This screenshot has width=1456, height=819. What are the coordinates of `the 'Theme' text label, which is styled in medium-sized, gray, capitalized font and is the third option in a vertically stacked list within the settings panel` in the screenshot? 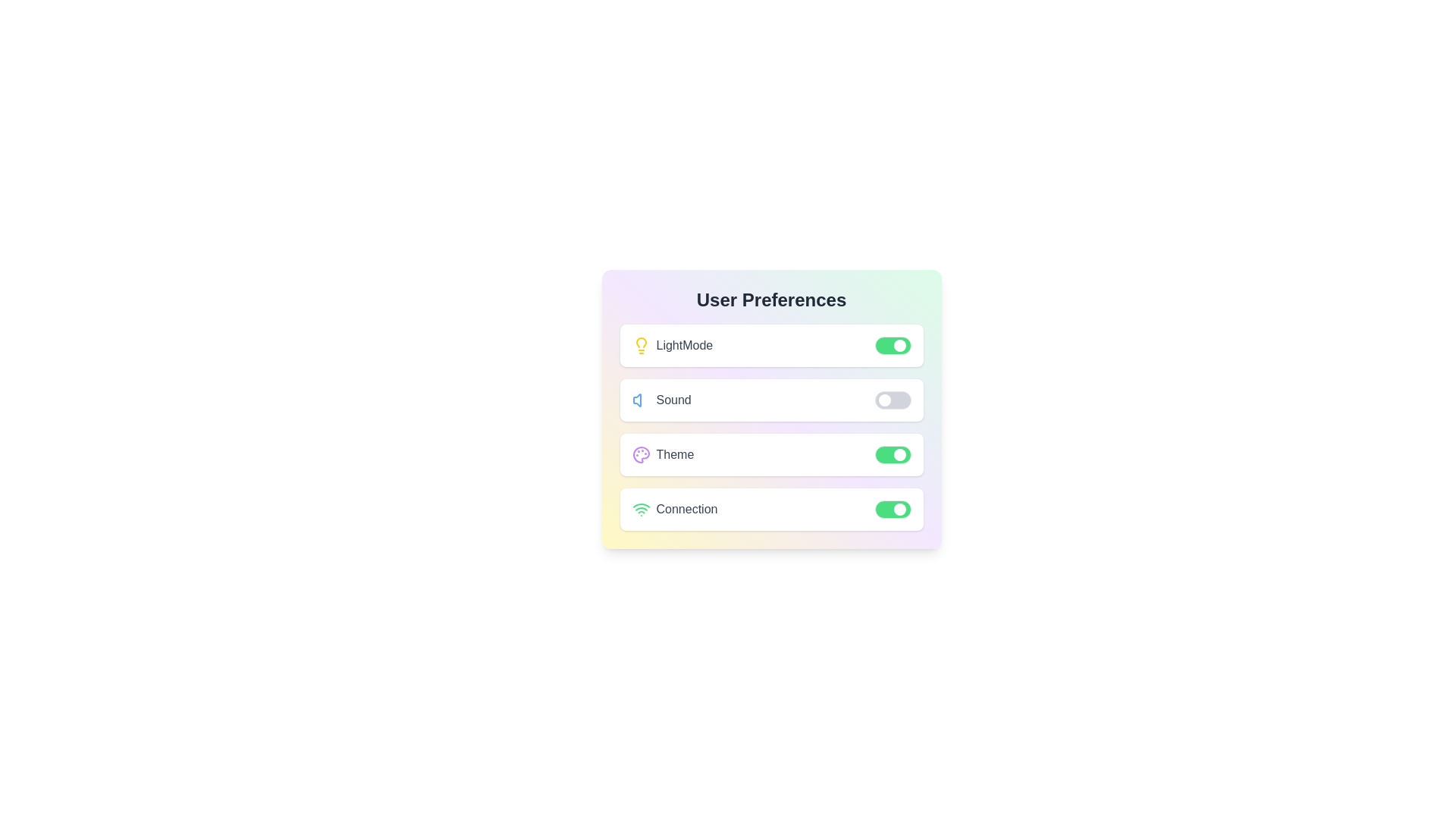 It's located at (674, 454).